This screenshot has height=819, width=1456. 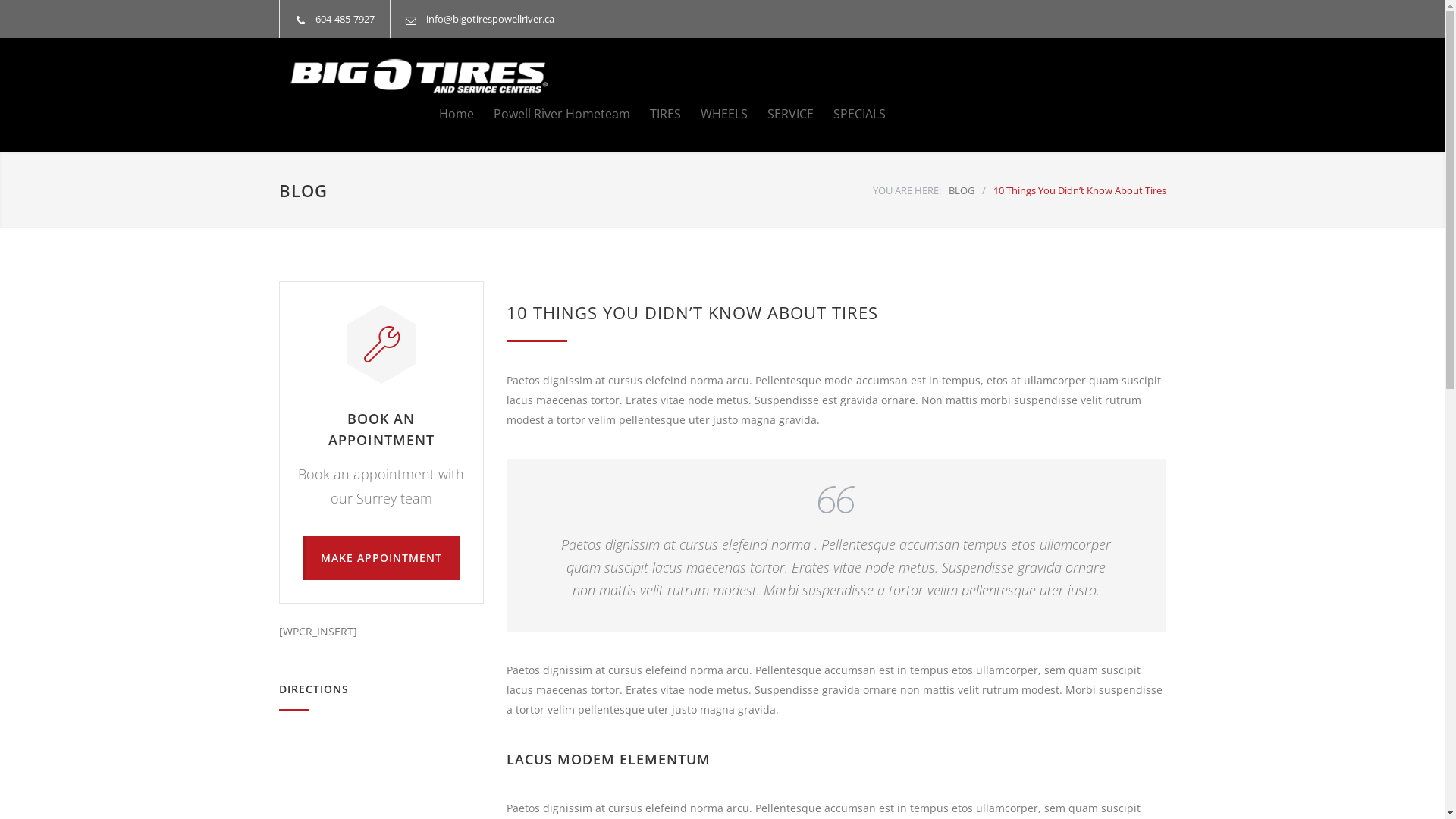 What do you see at coordinates (713, 113) in the screenshot?
I see `'WHEELS'` at bounding box center [713, 113].